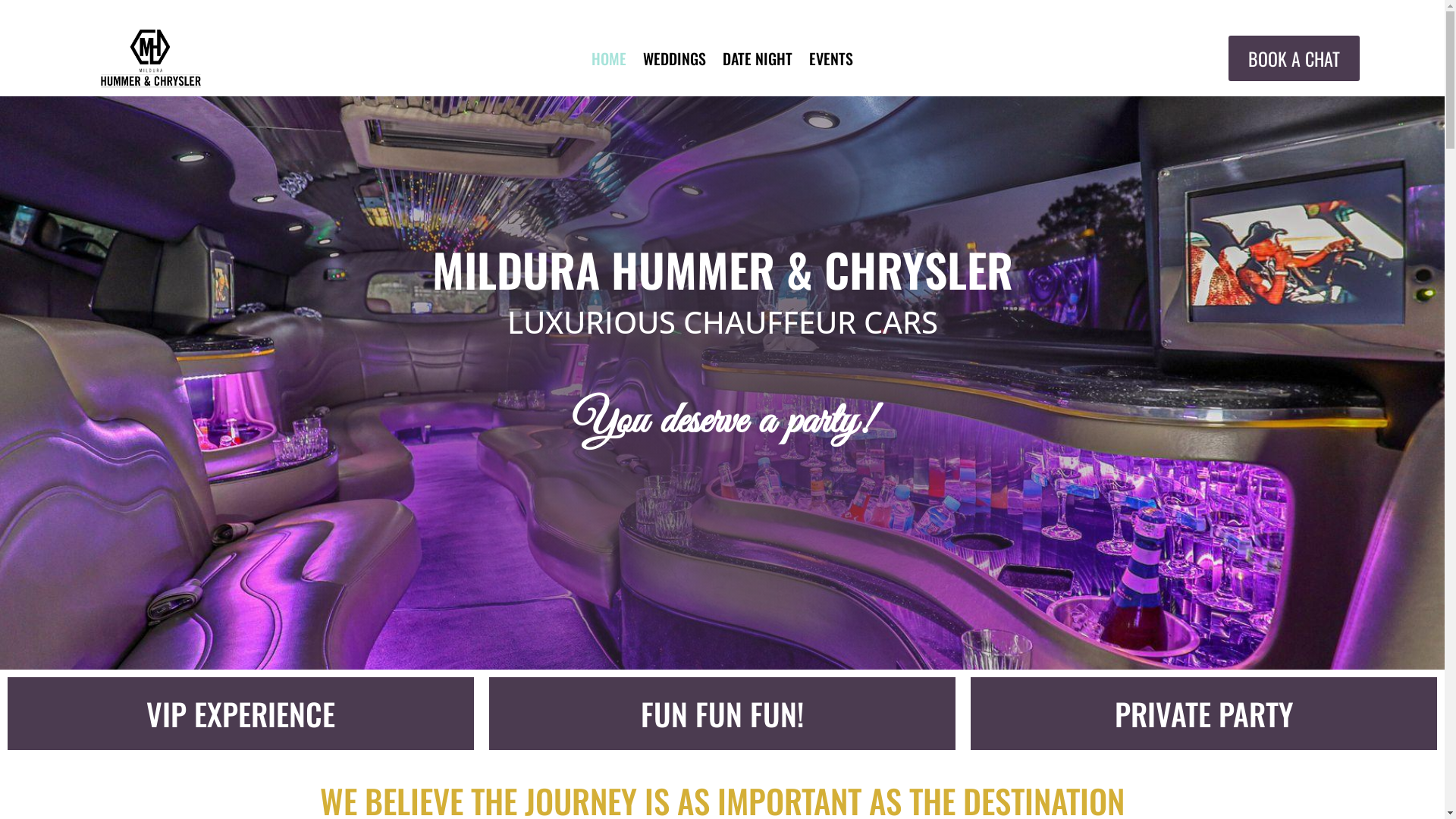 Image resolution: width=1456 pixels, height=819 pixels. Describe the element at coordinates (150, 58) in the screenshot. I see `'MHC Logo-03'` at that location.